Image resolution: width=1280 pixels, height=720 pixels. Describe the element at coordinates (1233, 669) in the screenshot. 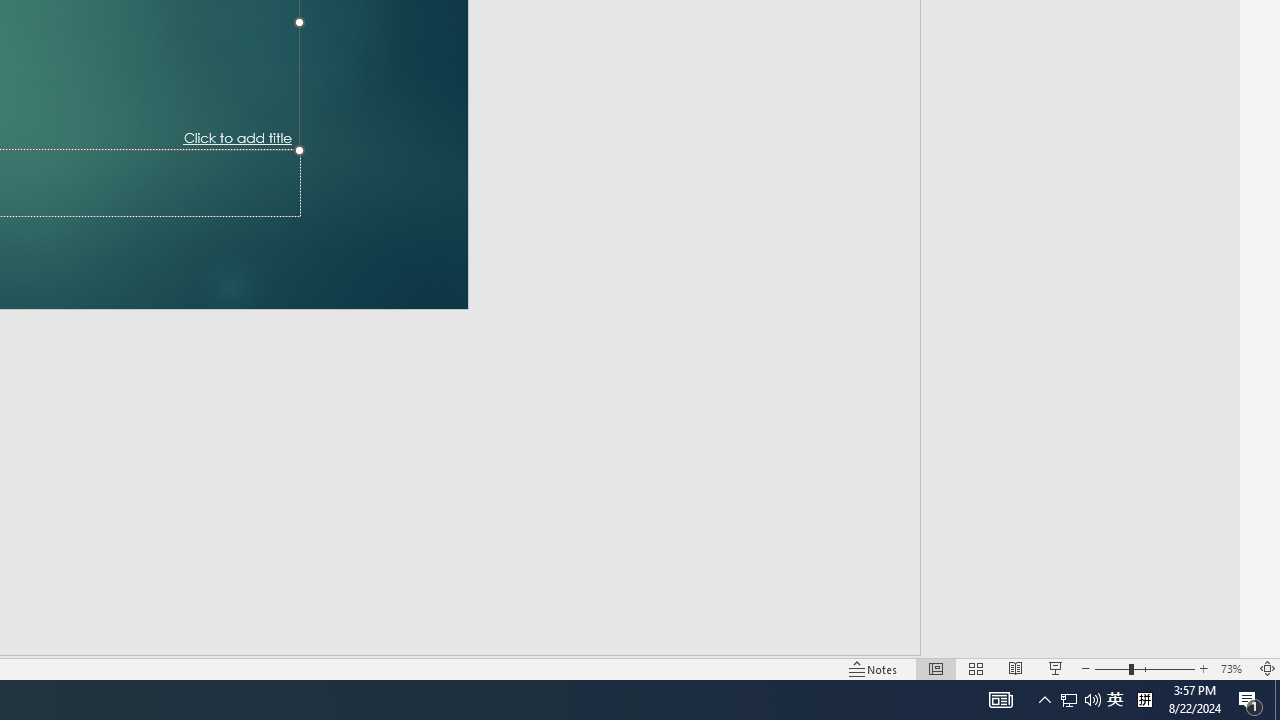

I see `'Zoom 73%'` at that location.